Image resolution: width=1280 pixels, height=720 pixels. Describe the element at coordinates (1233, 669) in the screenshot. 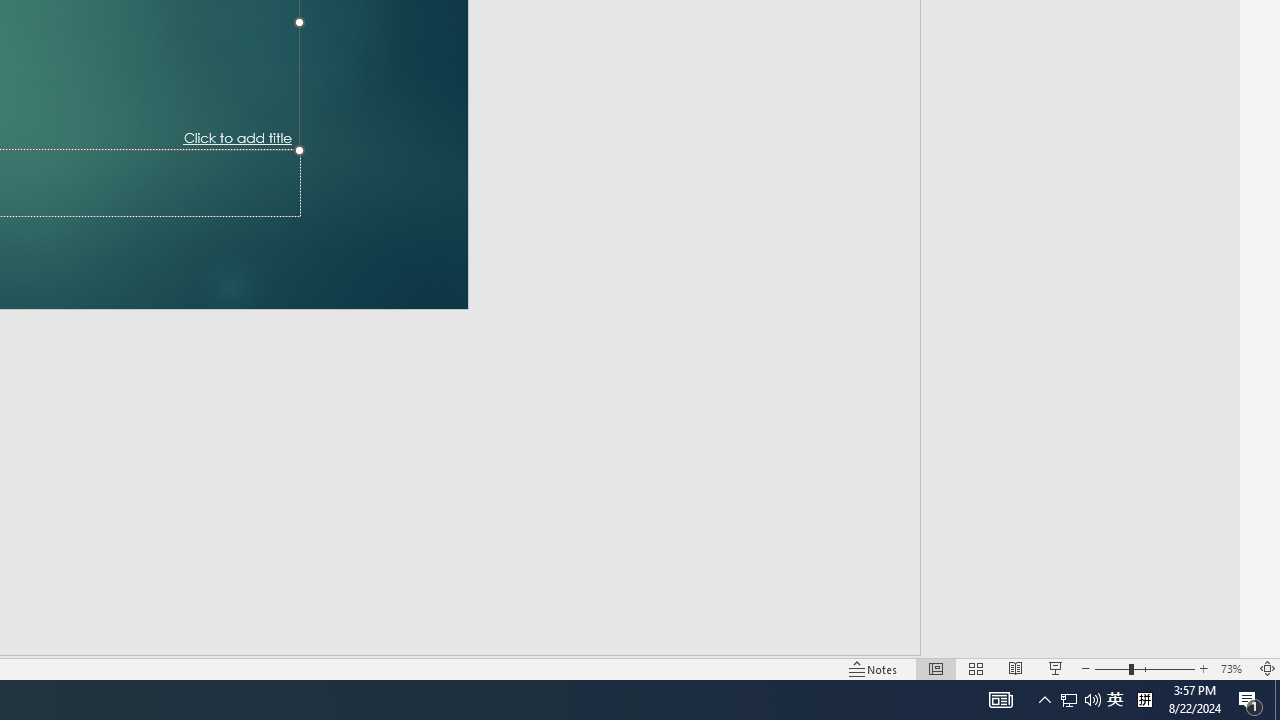

I see `'Zoom 73%'` at that location.